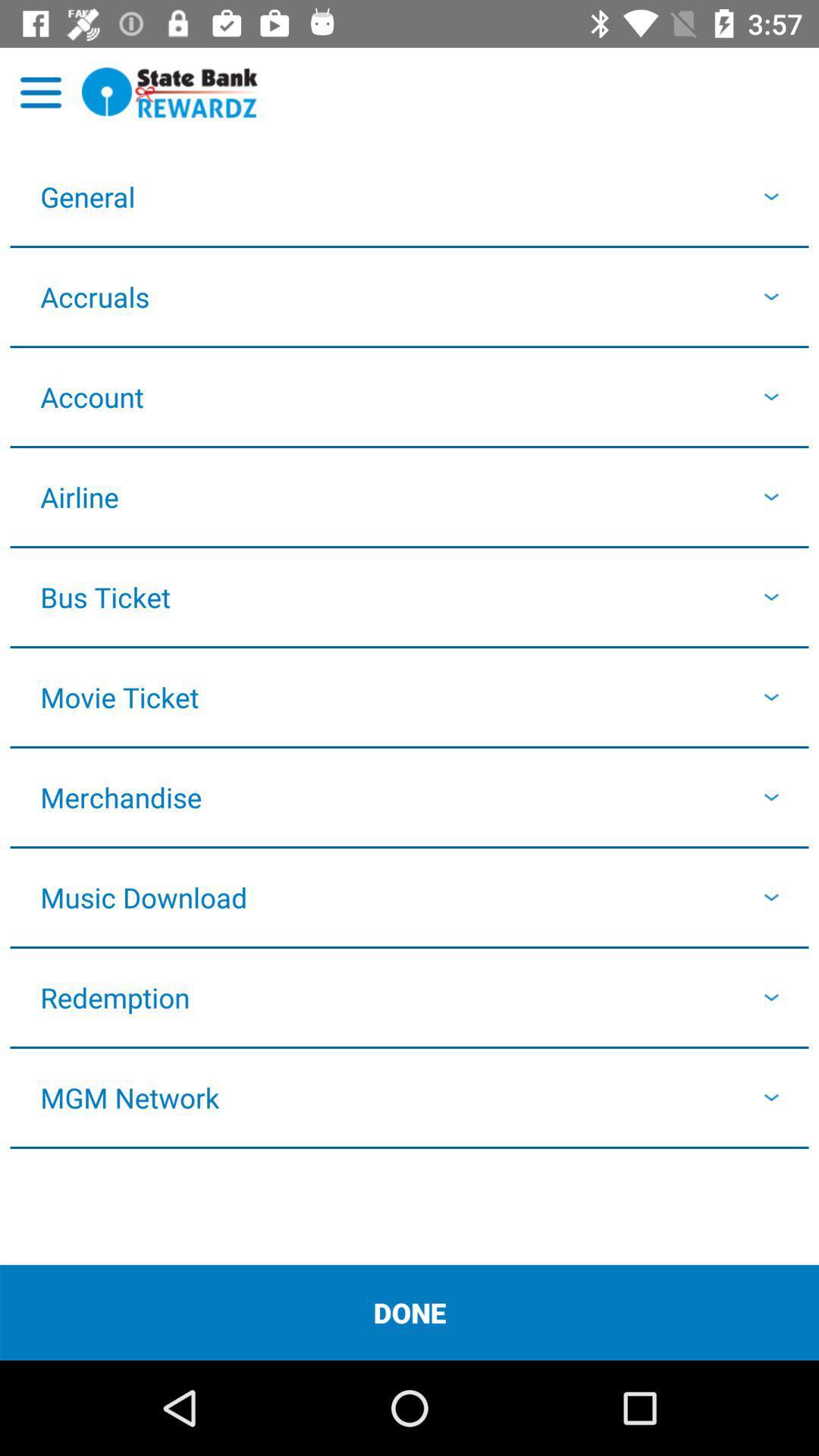 The image size is (819, 1456). Describe the element at coordinates (40, 92) in the screenshot. I see `open menu` at that location.